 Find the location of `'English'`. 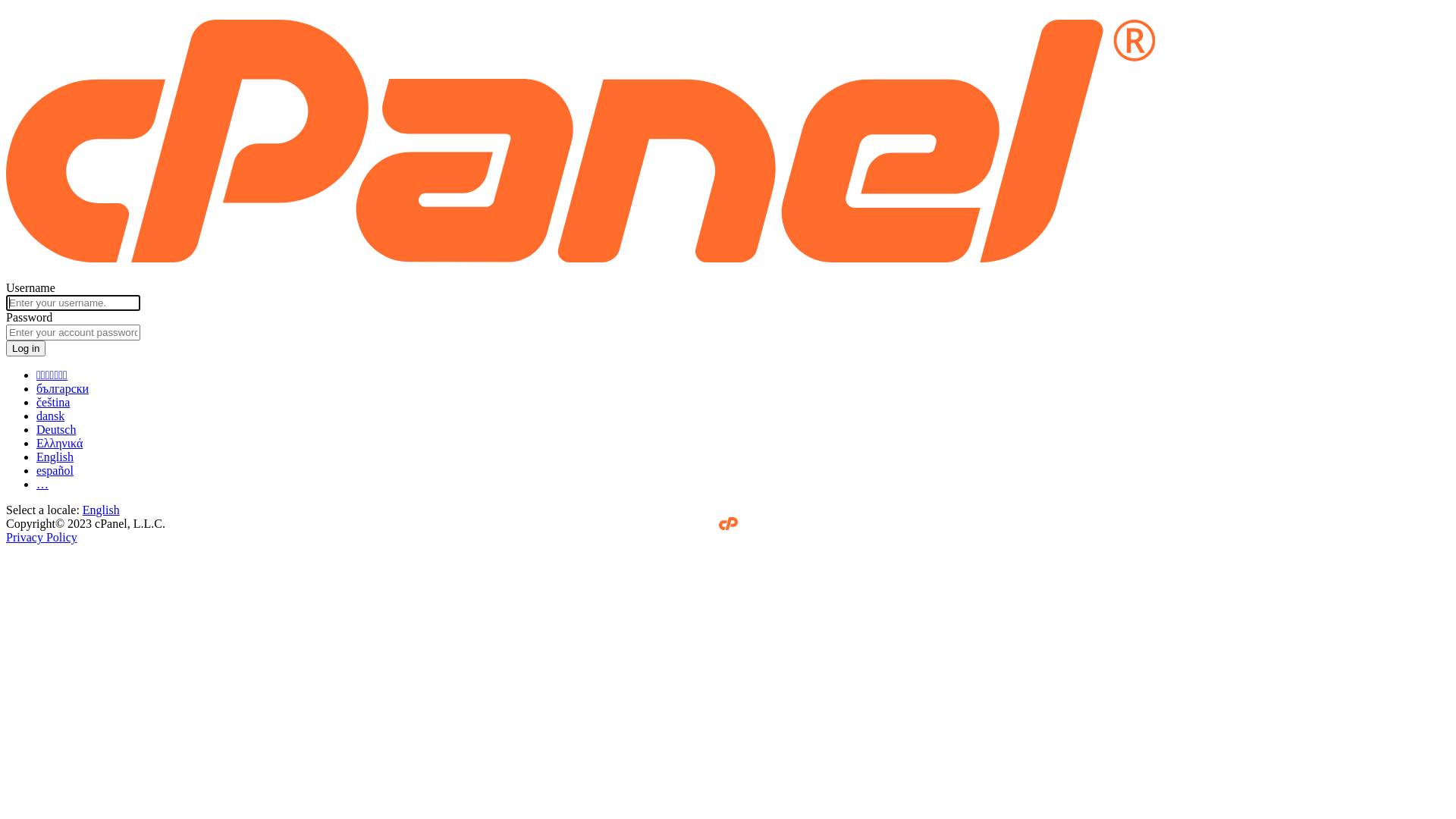

'English' is located at coordinates (55, 456).